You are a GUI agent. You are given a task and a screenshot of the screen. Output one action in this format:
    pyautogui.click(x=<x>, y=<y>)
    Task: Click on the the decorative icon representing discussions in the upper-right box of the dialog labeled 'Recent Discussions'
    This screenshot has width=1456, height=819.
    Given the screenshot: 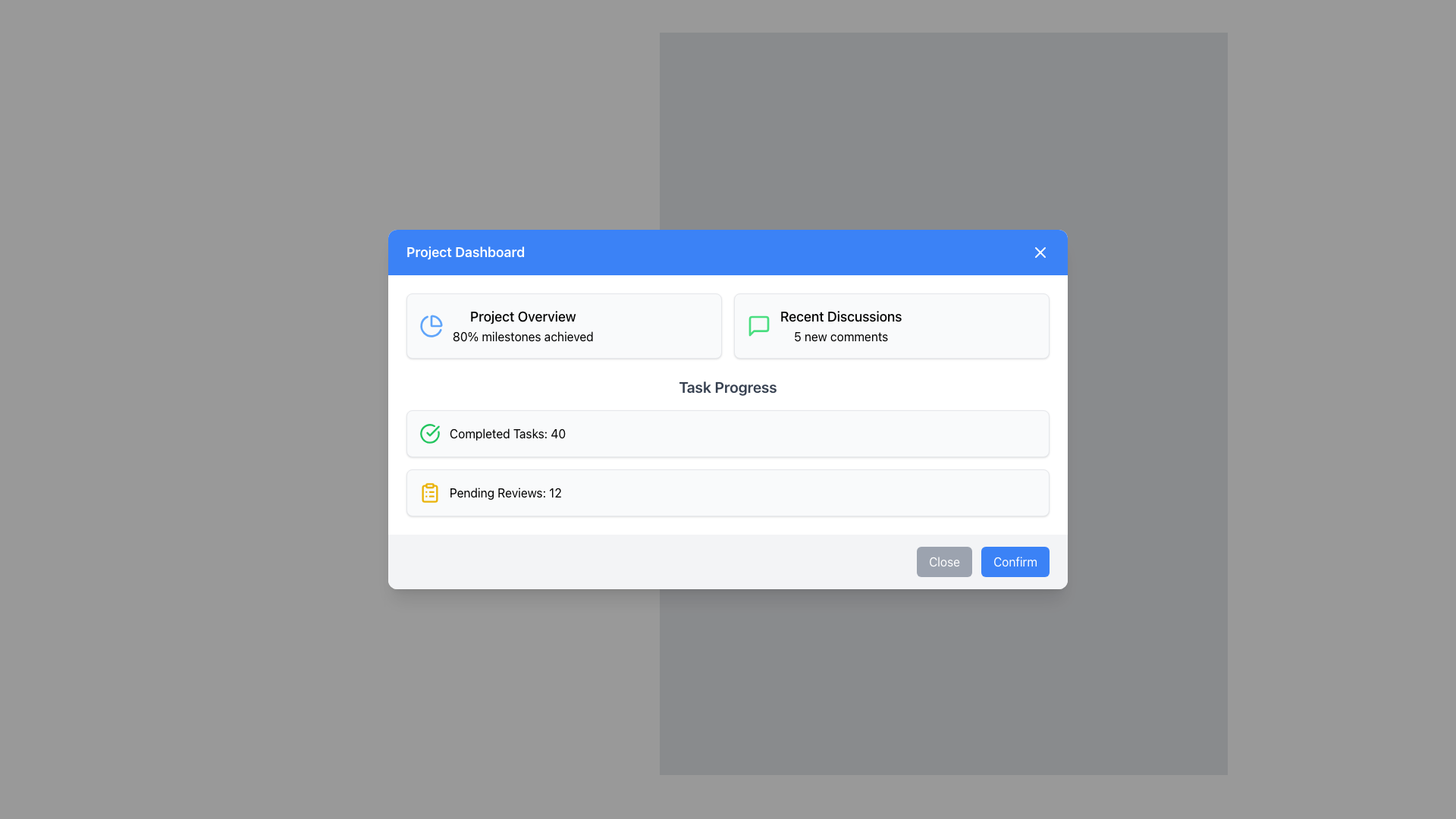 What is the action you would take?
    pyautogui.click(x=759, y=325)
    